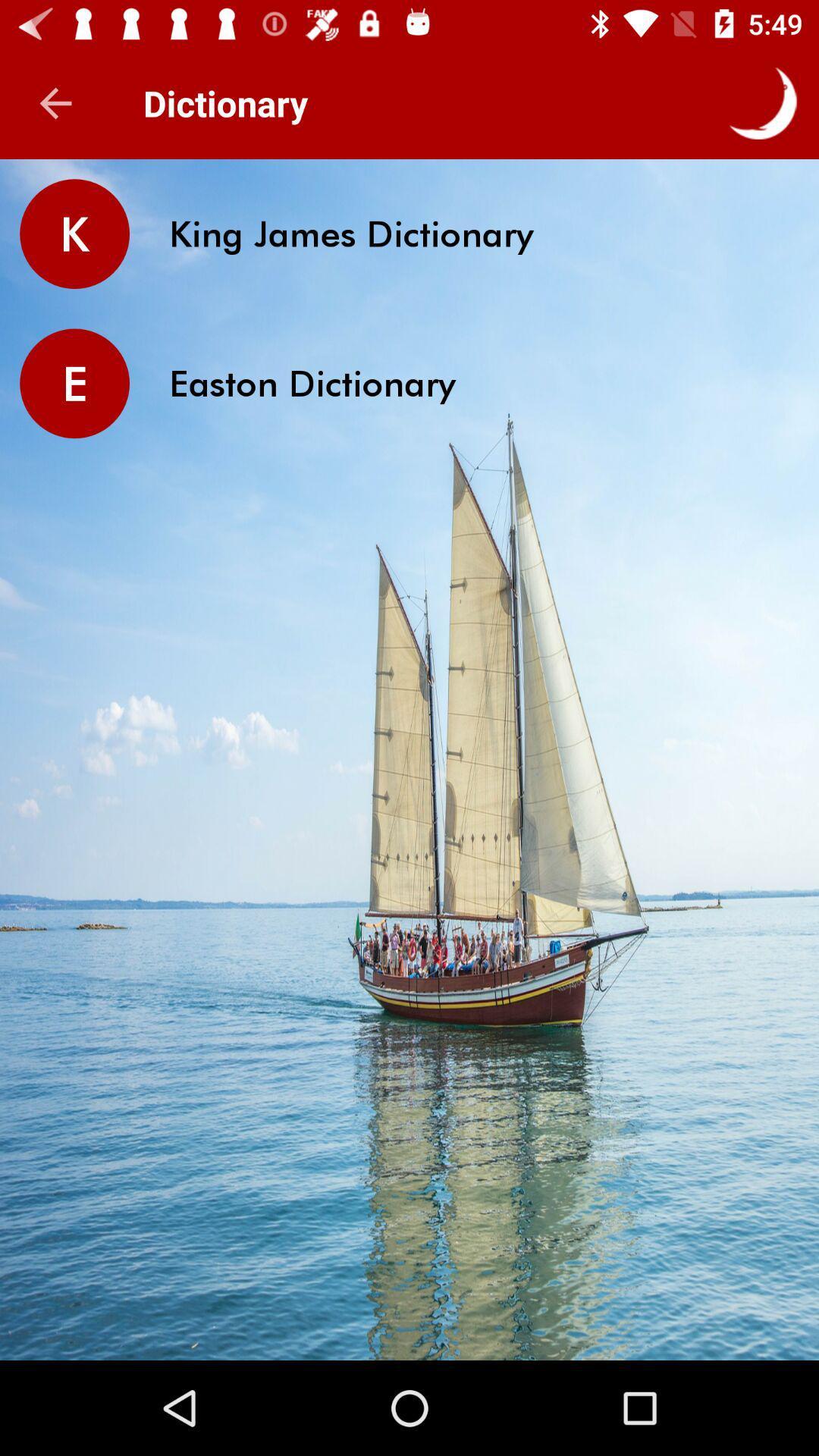  I want to click on go back, so click(55, 102).